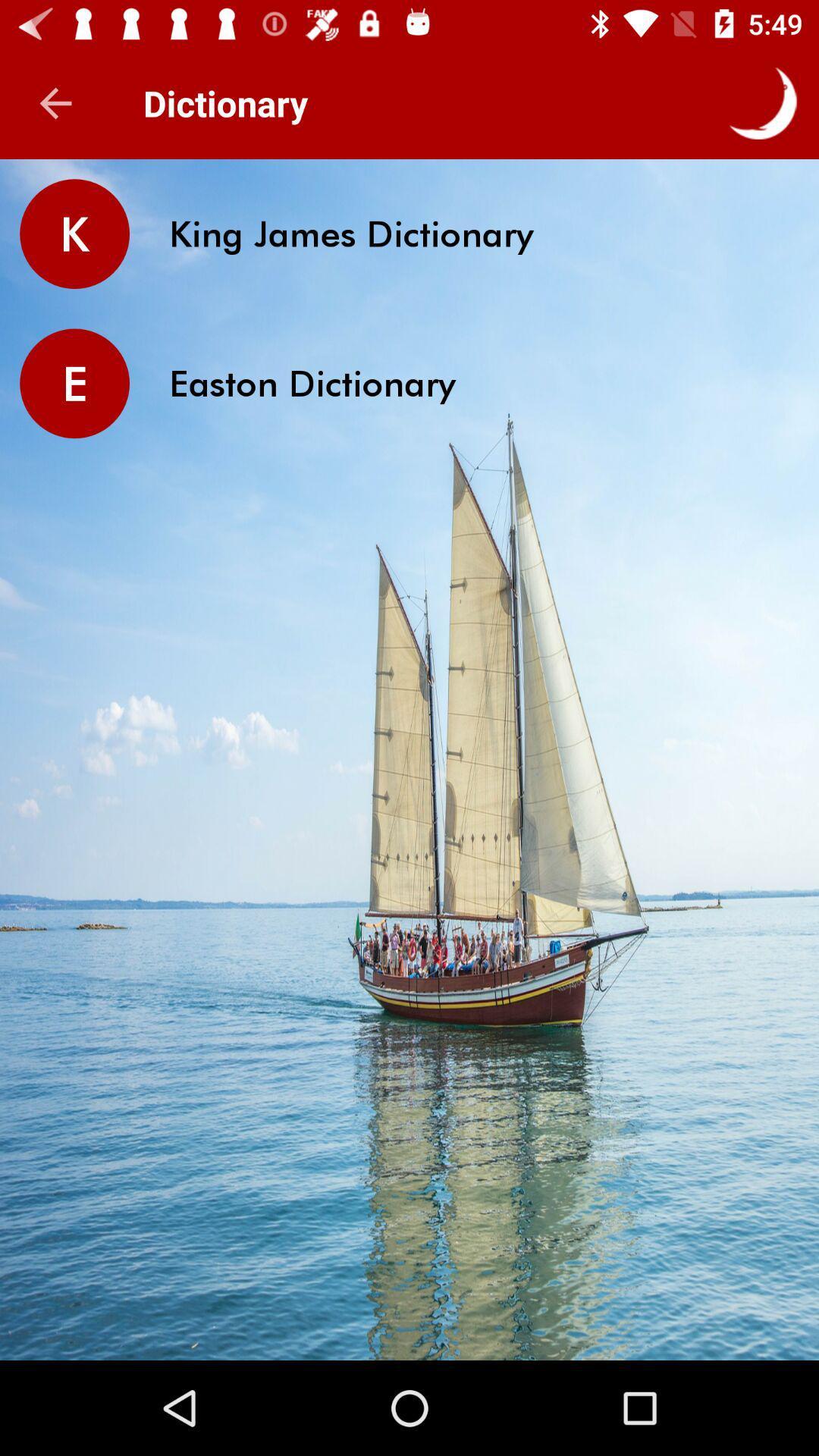  I want to click on go back, so click(55, 102).